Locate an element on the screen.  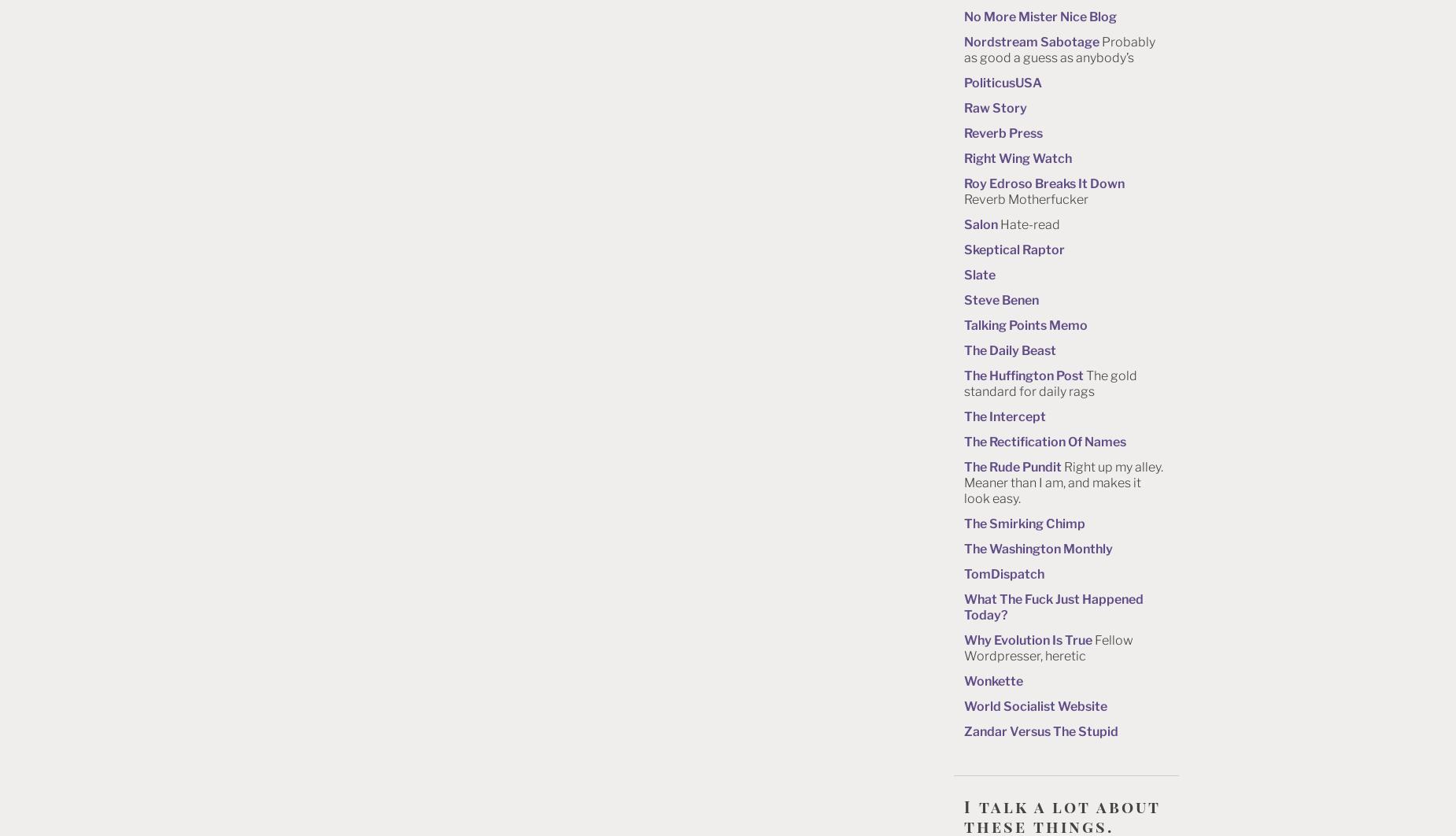
'The Intercept' is located at coordinates (963, 415).